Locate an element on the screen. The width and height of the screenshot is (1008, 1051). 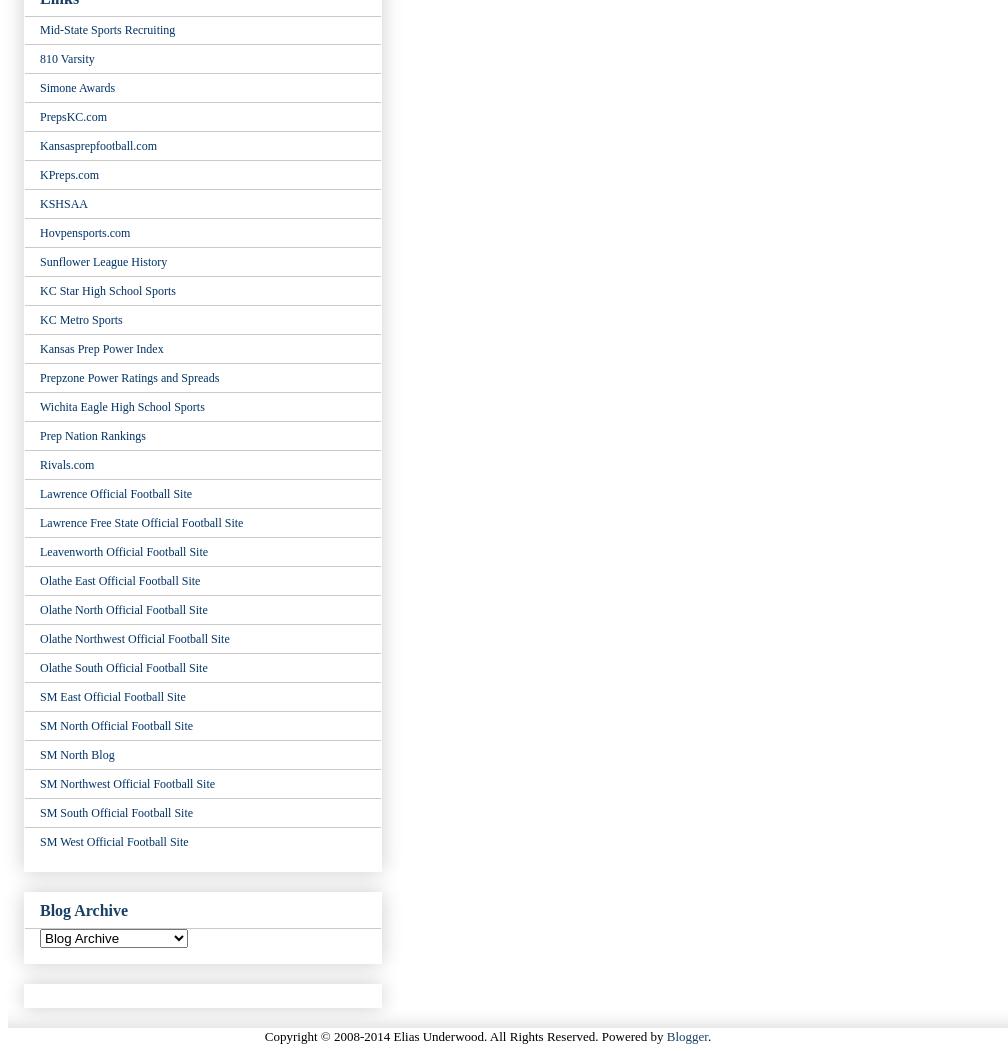
'Olathe Northwest Official Football Site' is located at coordinates (134, 636).